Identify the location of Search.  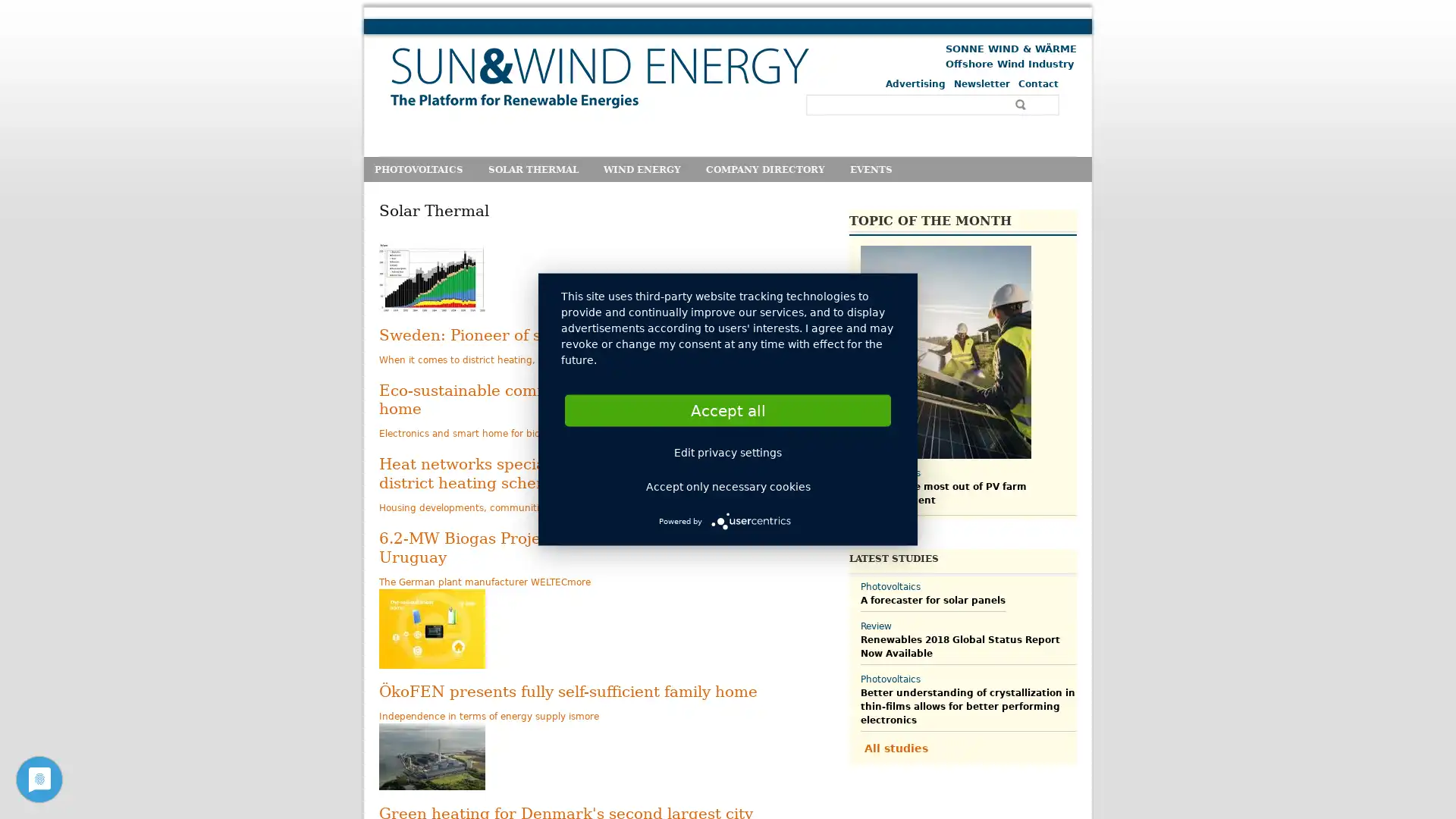
(1022, 104).